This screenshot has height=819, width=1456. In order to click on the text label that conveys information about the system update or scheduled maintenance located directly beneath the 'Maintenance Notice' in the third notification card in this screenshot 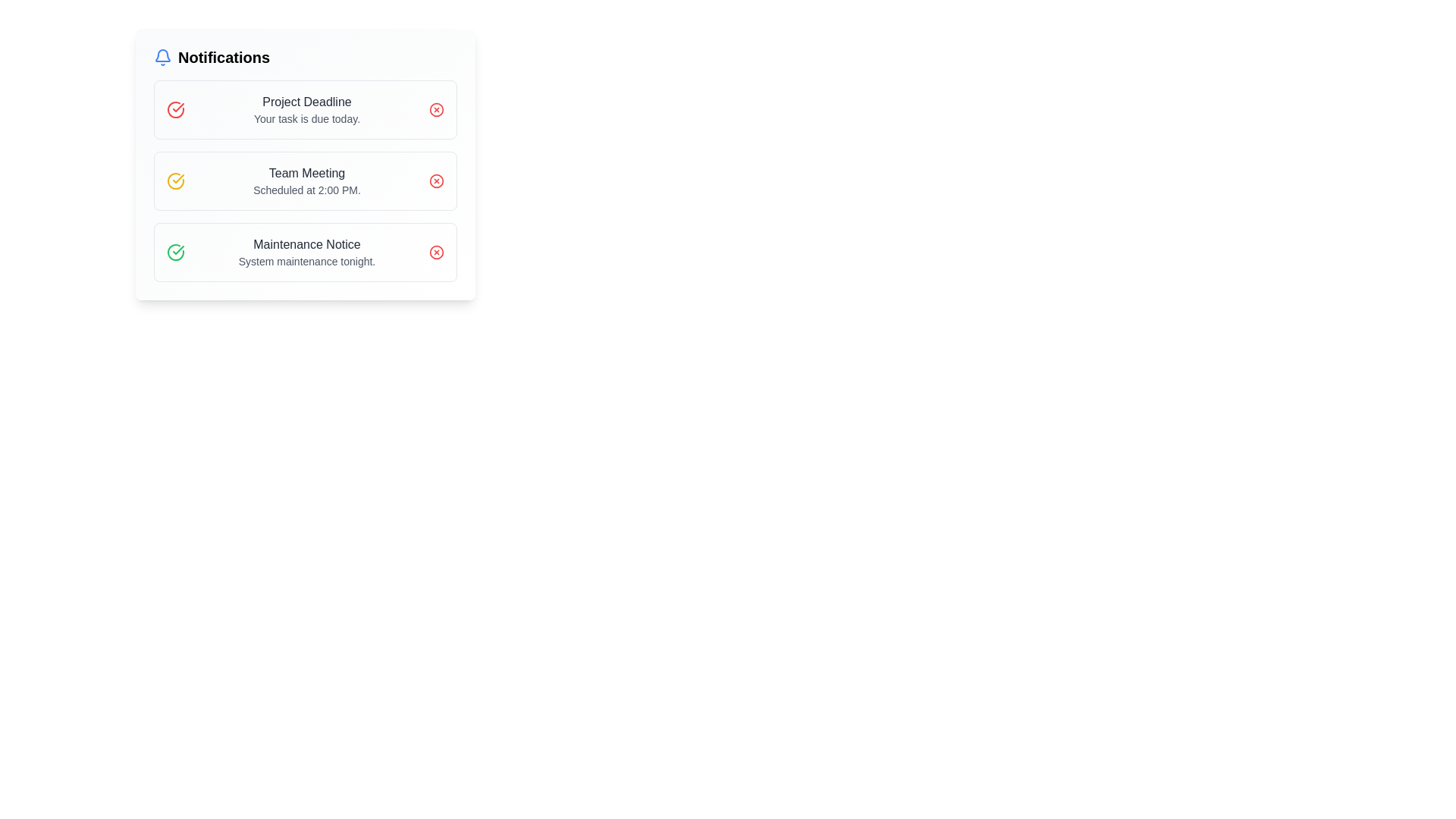, I will do `click(306, 260)`.